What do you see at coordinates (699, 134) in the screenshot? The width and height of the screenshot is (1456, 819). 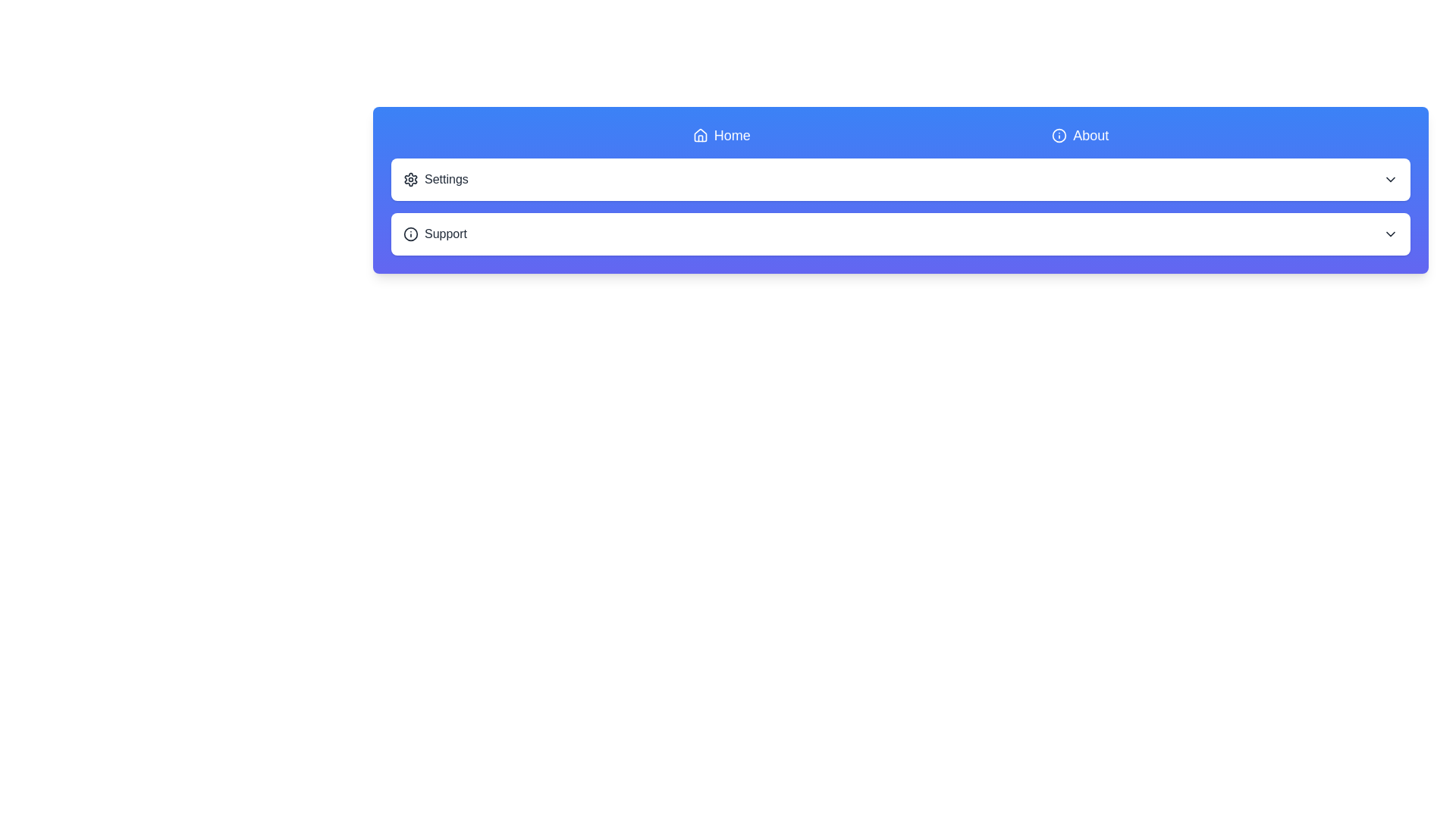 I see `the house-shaped icon in the navigation header bar, which represents the 'Home' option` at bounding box center [699, 134].